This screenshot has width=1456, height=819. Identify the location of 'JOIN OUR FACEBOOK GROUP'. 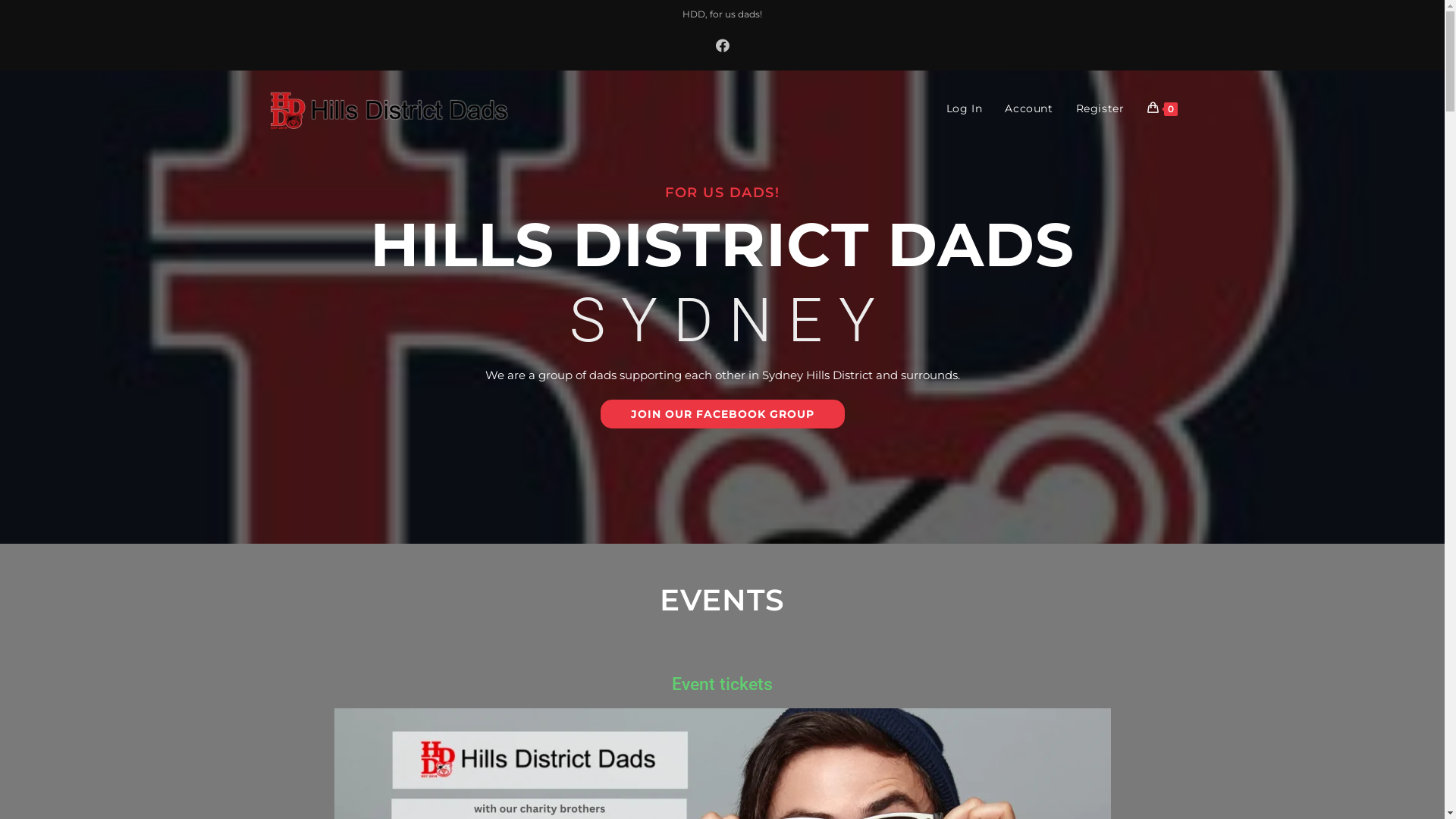
(600, 414).